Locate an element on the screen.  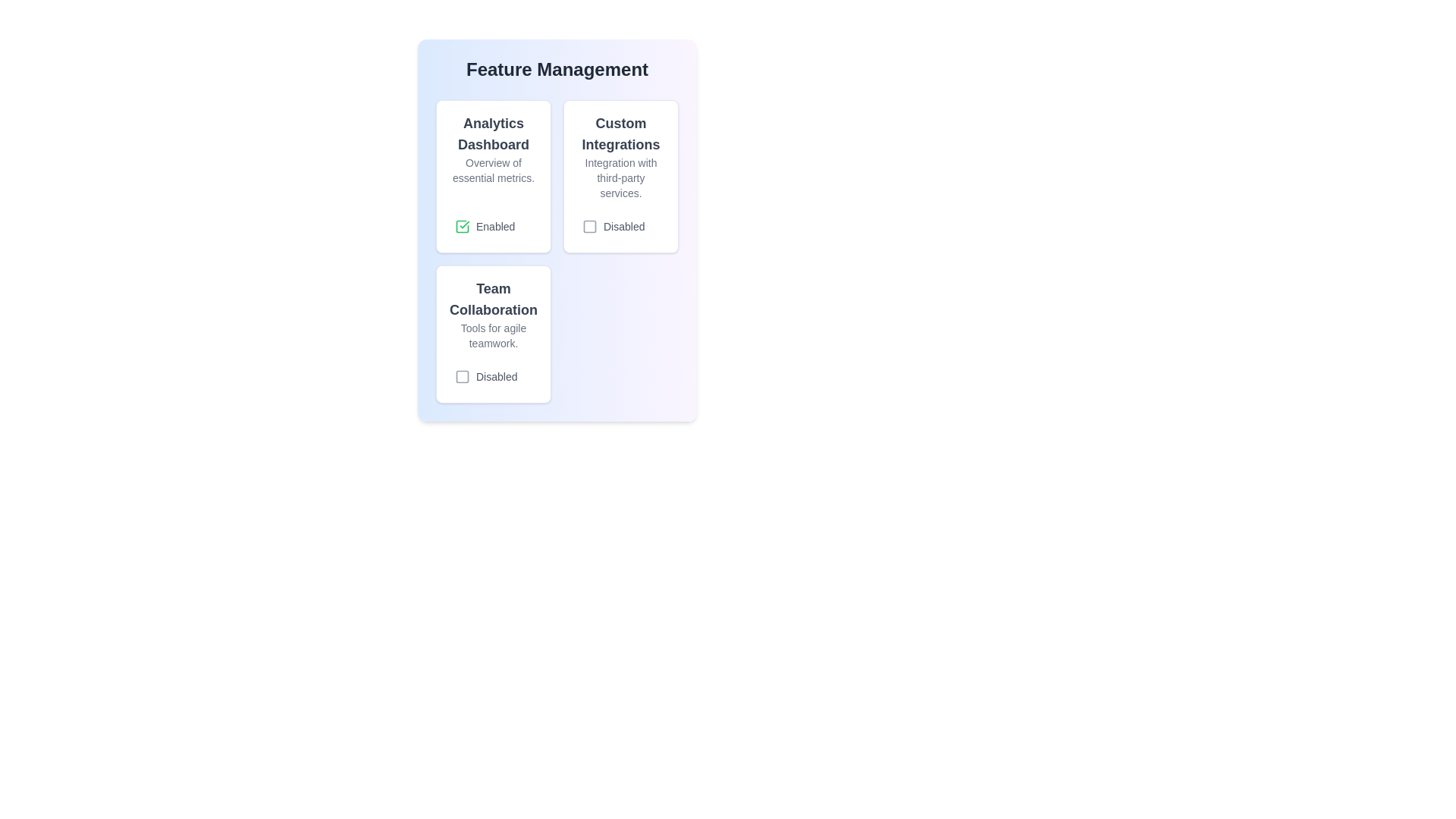
text content of the text block containing the phrase 'Tools for agile teamwork.' which is styled with gray text and located below the heading 'Team Collaboration.' is located at coordinates (494, 335).